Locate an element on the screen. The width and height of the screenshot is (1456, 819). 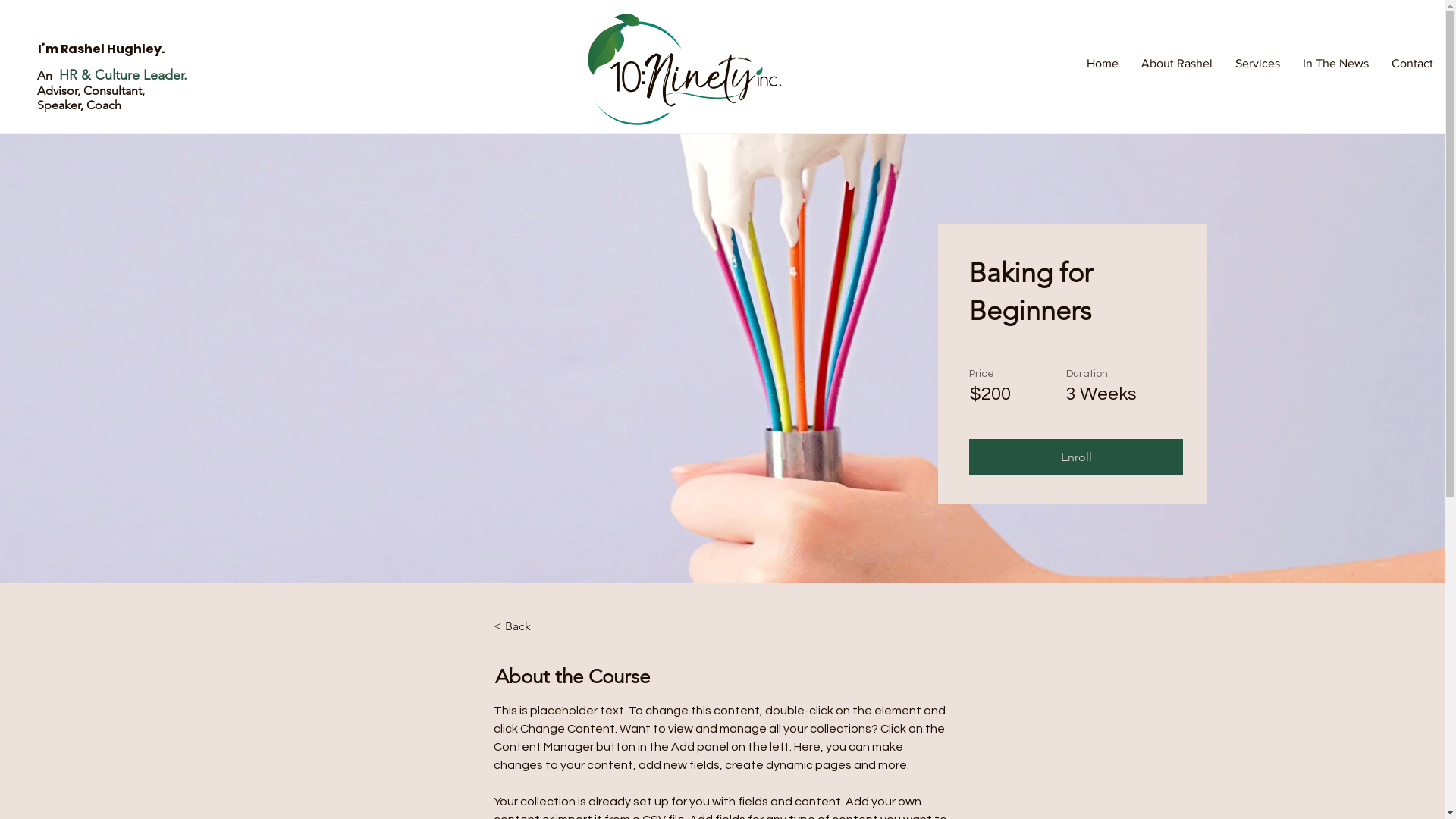
'Contact' is located at coordinates (1411, 63).